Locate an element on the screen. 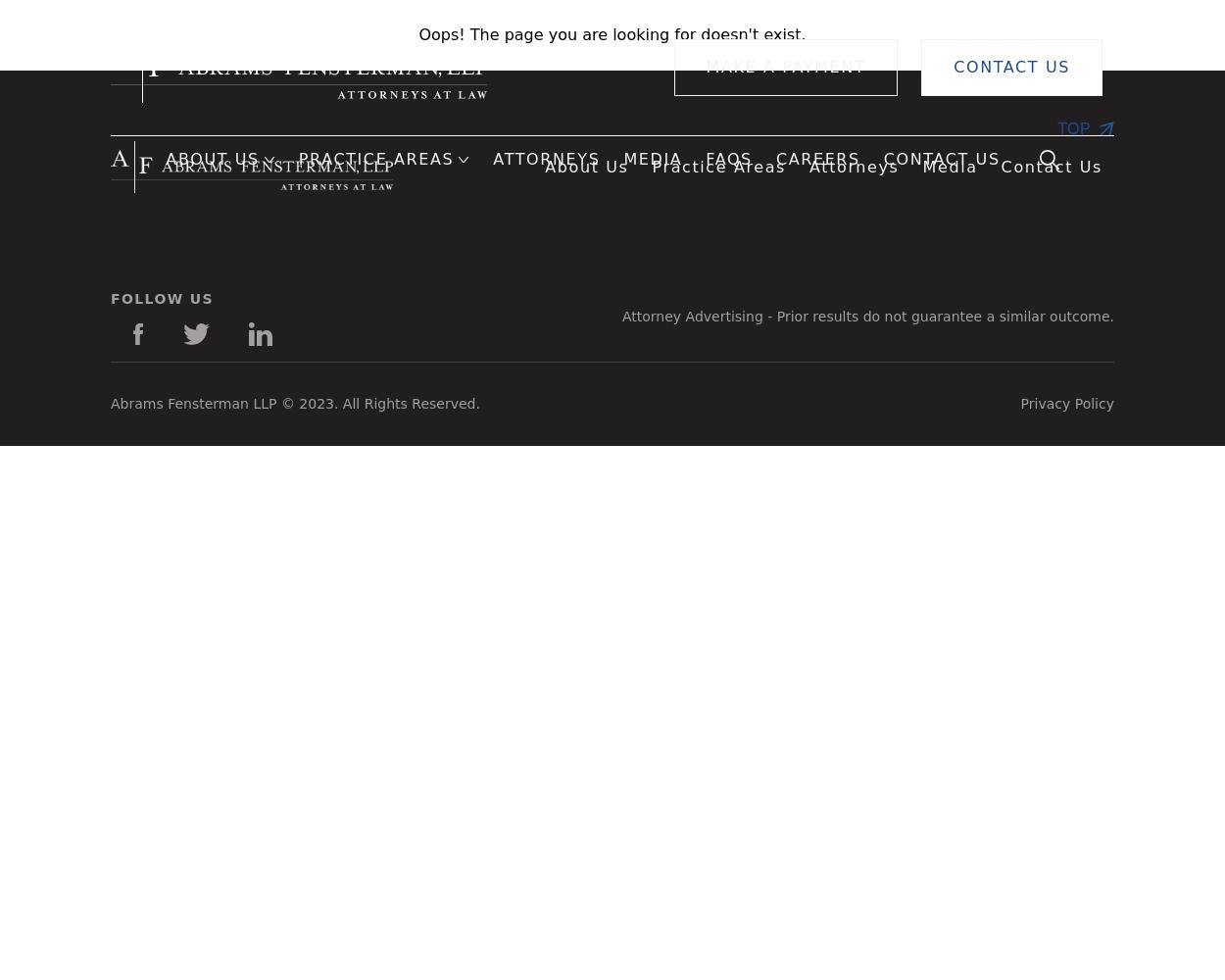 This screenshot has width=1225, height=980. 'FAQs' is located at coordinates (727, 159).